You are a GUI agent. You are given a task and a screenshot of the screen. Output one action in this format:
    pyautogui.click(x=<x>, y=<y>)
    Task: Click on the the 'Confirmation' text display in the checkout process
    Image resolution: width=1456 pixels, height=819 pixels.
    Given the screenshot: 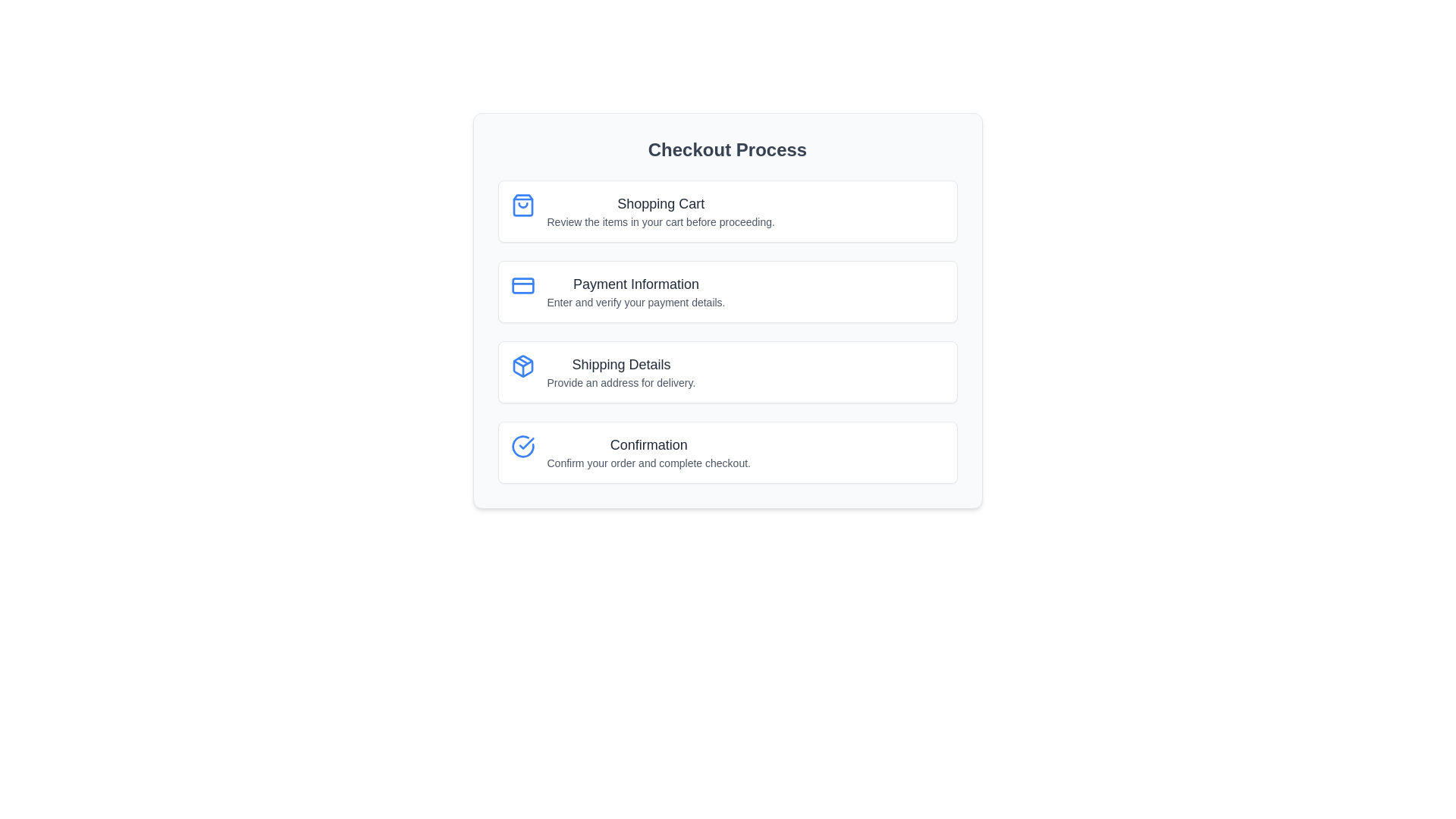 What is the action you would take?
    pyautogui.click(x=648, y=452)
    